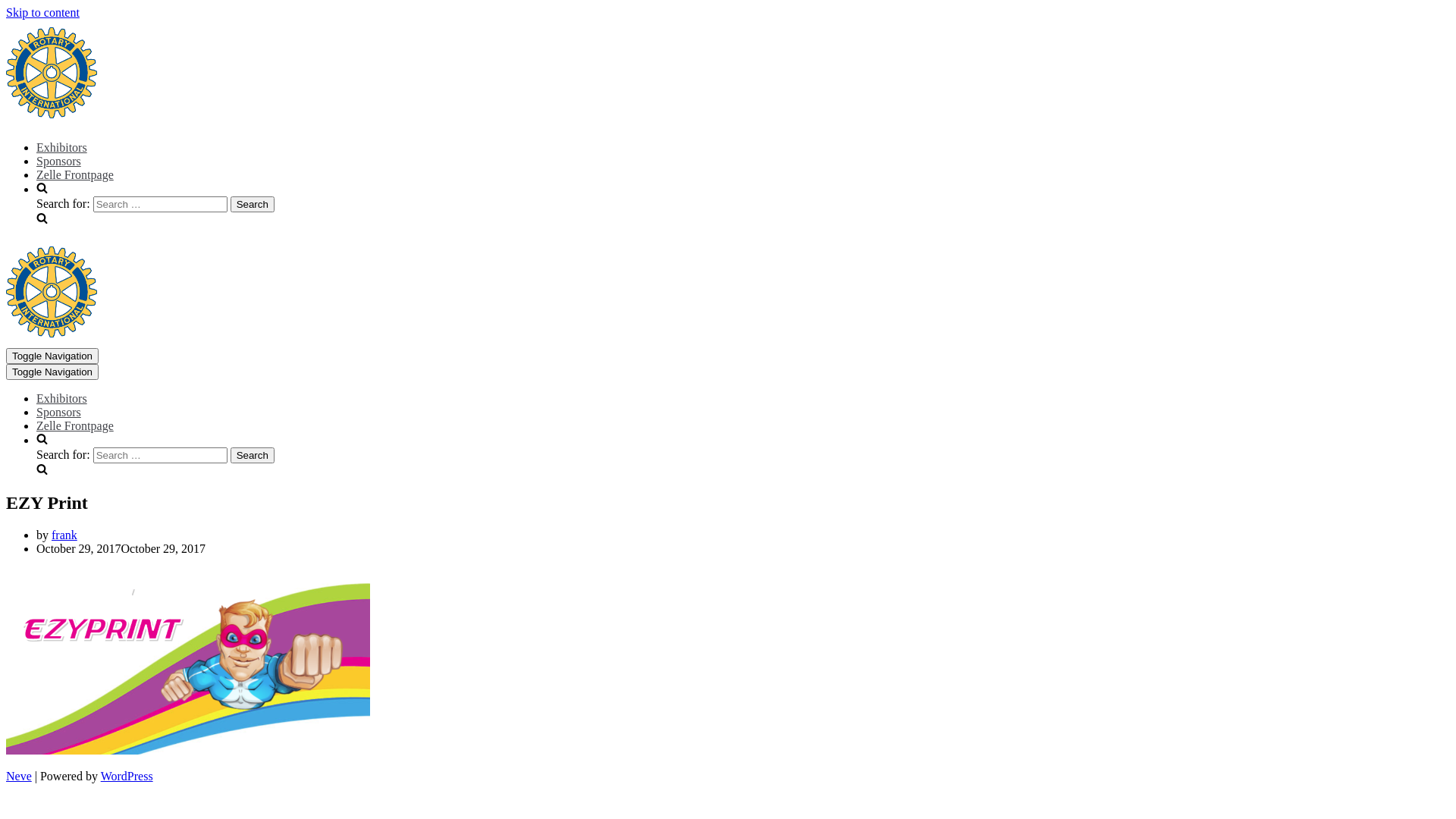 This screenshot has height=819, width=1456. What do you see at coordinates (58, 161) in the screenshot?
I see `'Sponsors'` at bounding box center [58, 161].